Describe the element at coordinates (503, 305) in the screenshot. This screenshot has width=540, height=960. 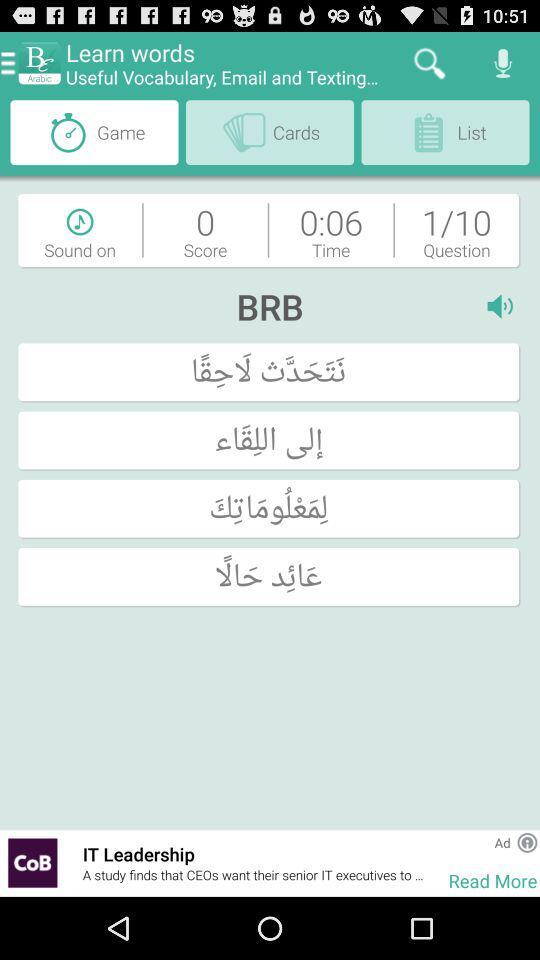
I see `the i item` at that location.